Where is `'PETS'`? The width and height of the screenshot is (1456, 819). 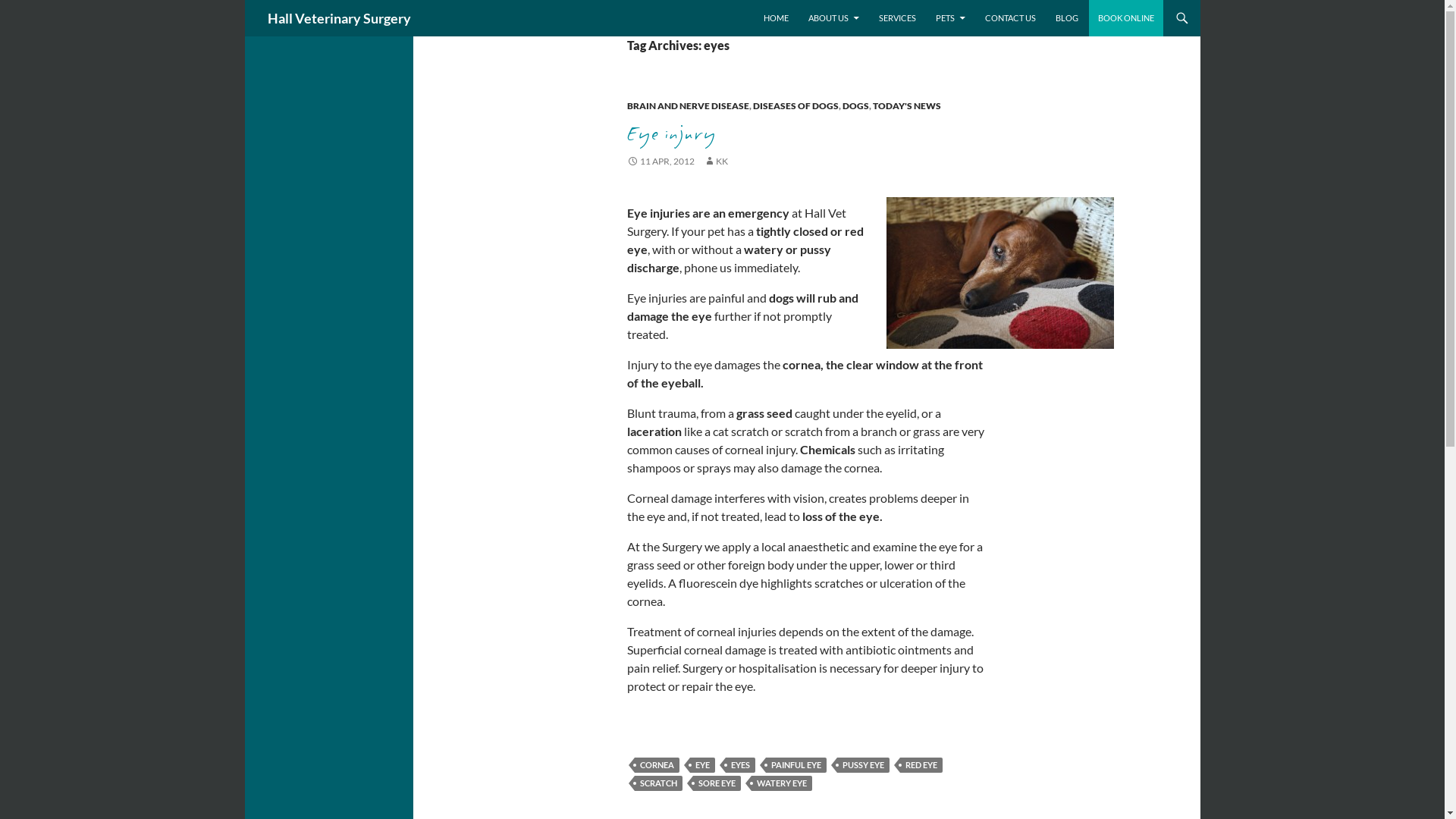
'PETS' is located at coordinates (949, 17).